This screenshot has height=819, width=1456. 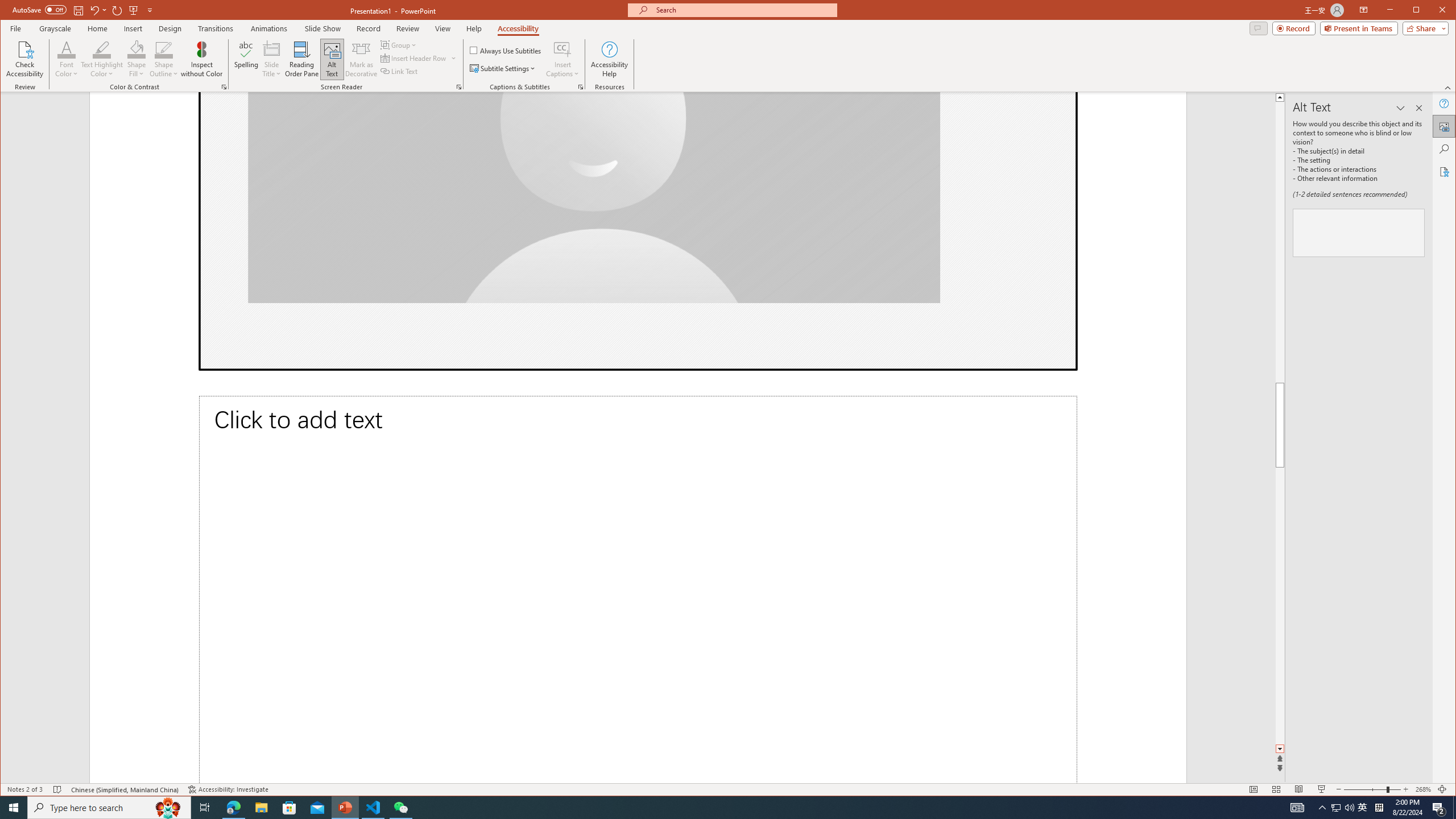 I want to click on 'Subtitle Settings', so click(x=503, y=68).